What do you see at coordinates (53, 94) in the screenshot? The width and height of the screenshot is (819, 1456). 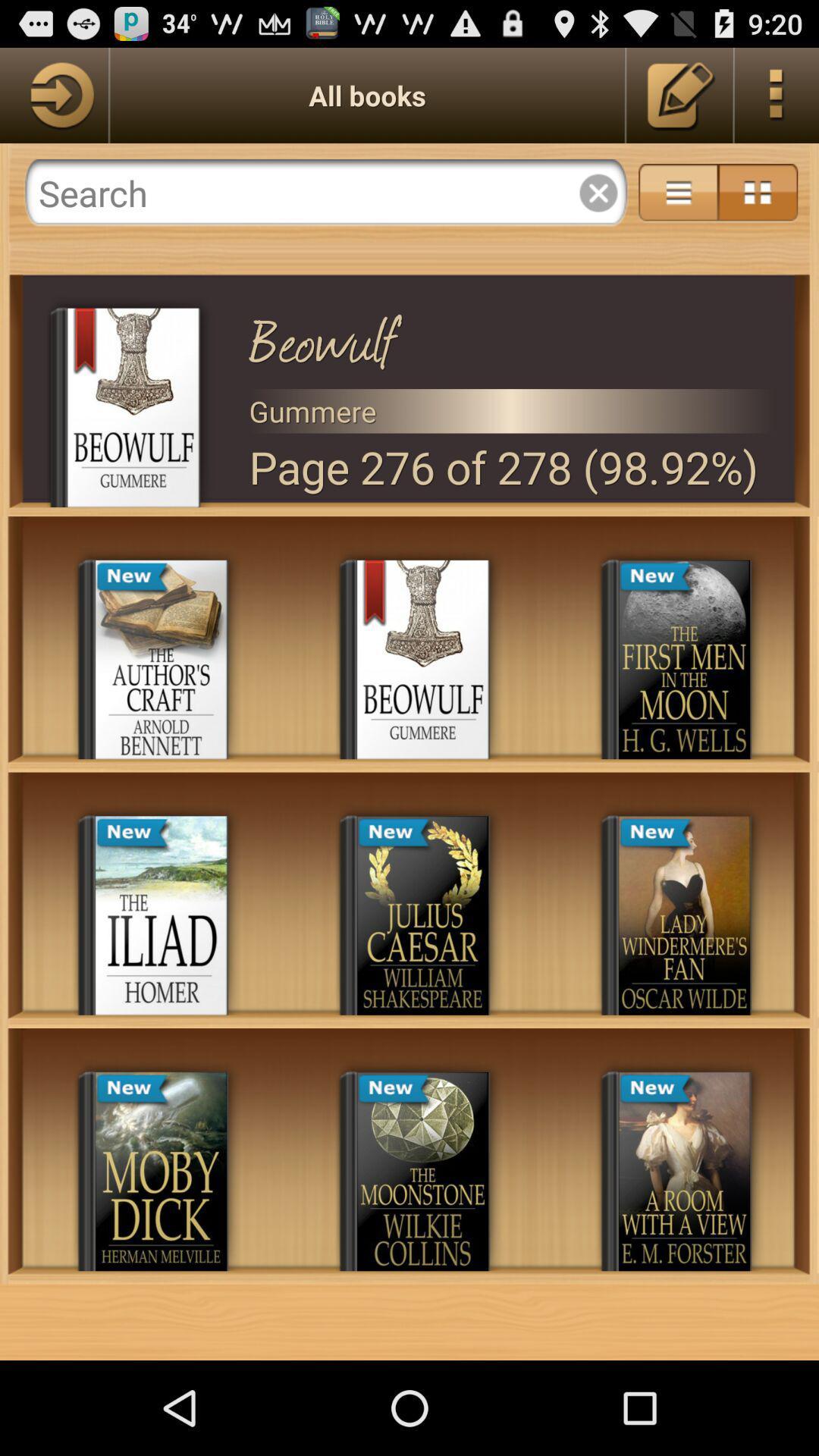 I see `all books` at bounding box center [53, 94].